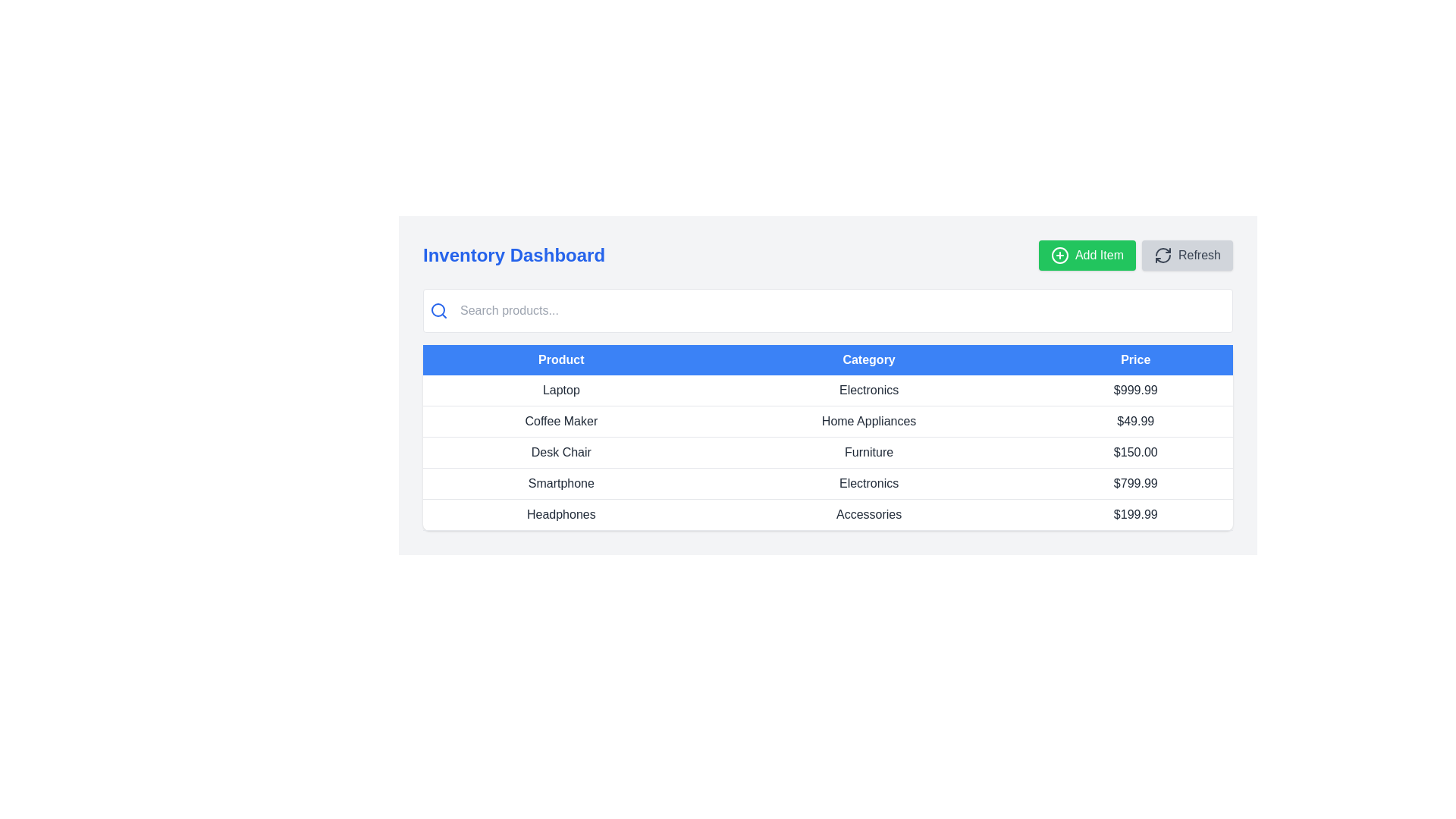 The width and height of the screenshot is (1456, 819). Describe the element at coordinates (560, 452) in the screenshot. I see `text label for the product 'Desk Chair' located in the third row of the product list under the 'Product' column` at that location.